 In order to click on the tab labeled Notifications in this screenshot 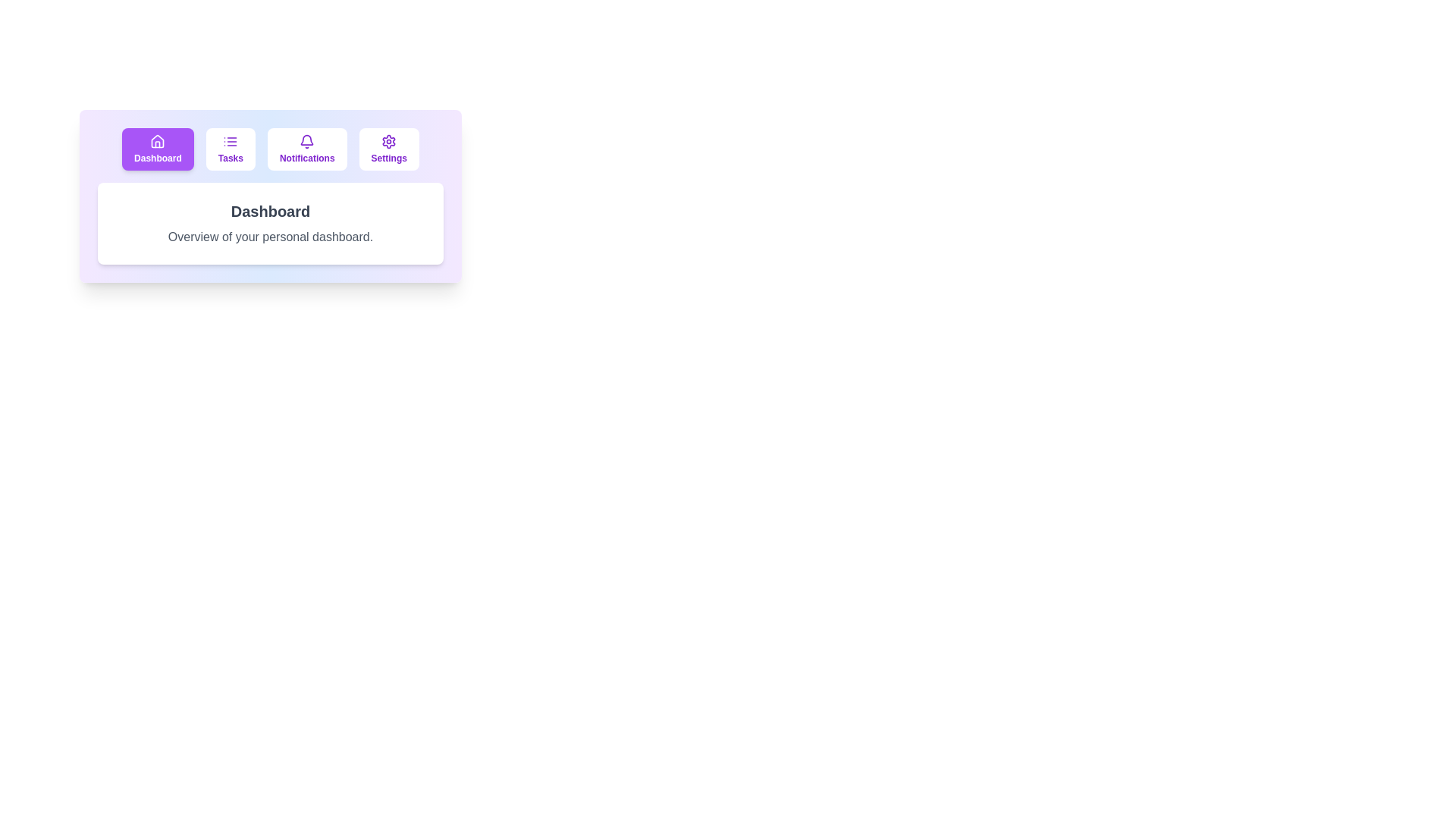, I will do `click(306, 149)`.